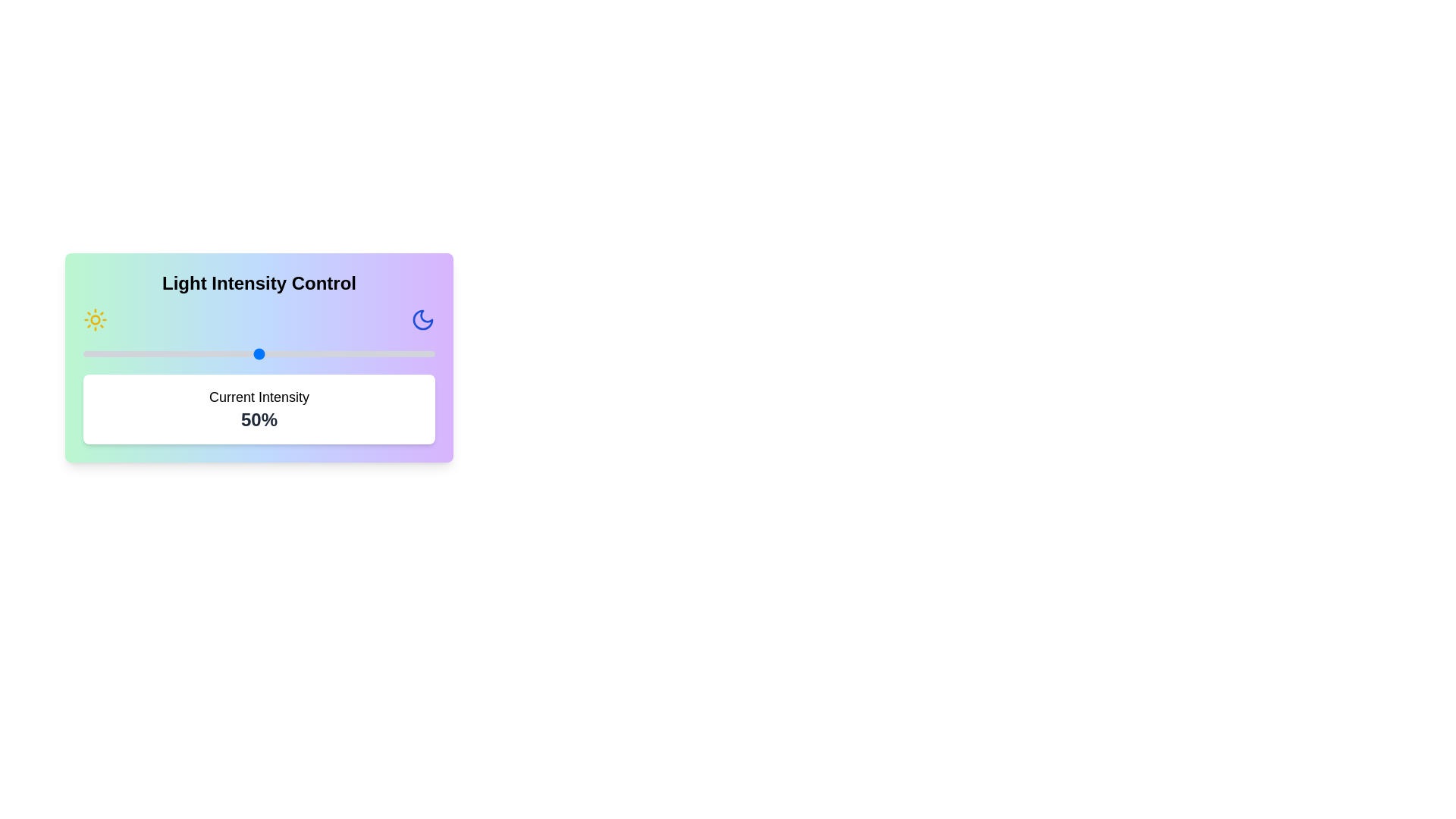  Describe the element at coordinates (259, 353) in the screenshot. I see `the horizontal range slider with a gray track and blue knob, situated between 'Light Intensity Control' and 'Current Intensity 50%'` at that location.